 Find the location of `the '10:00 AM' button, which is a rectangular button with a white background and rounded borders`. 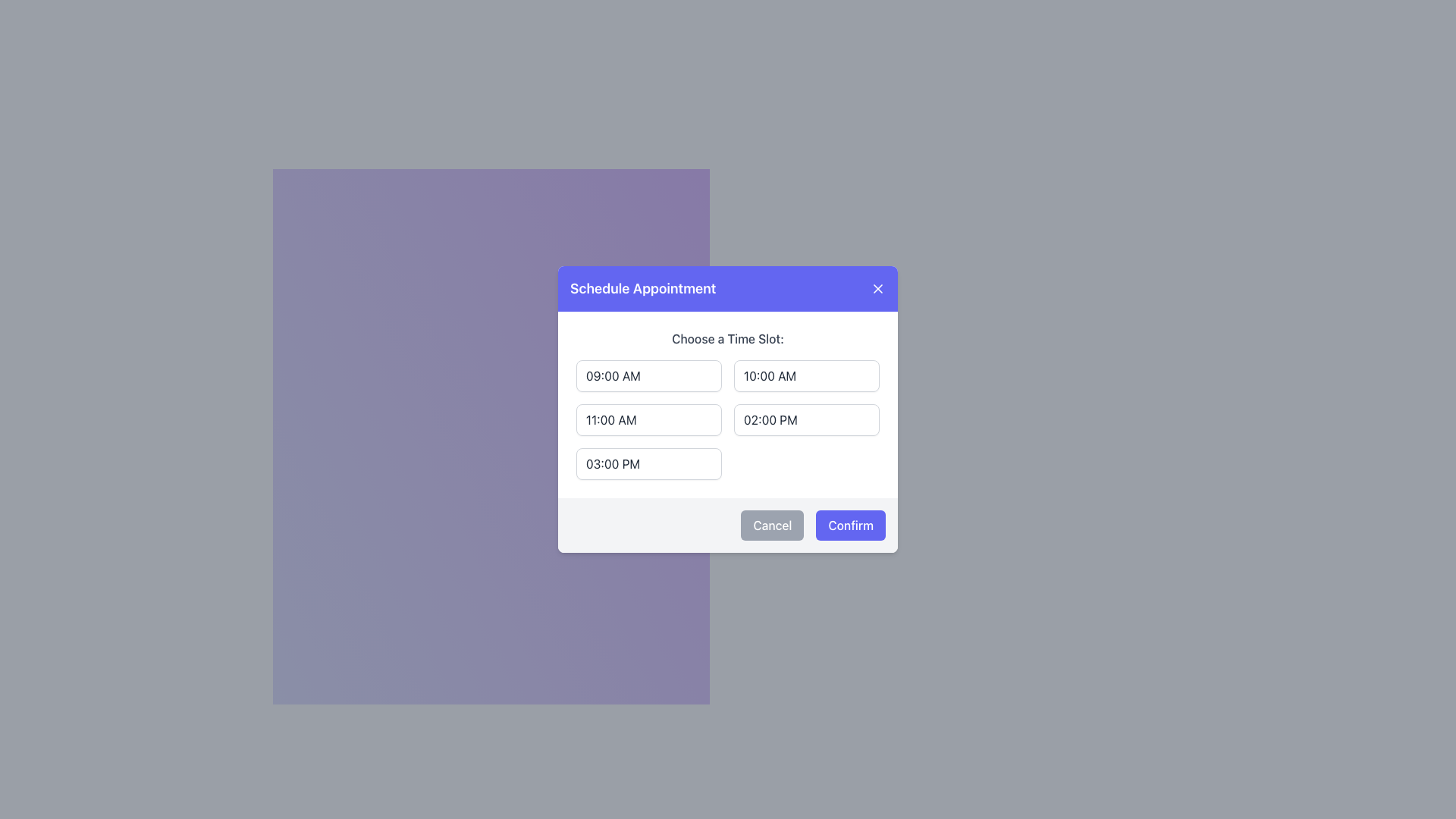

the '10:00 AM' button, which is a rectangular button with a white background and rounded borders is located at coordinates (806, 375).